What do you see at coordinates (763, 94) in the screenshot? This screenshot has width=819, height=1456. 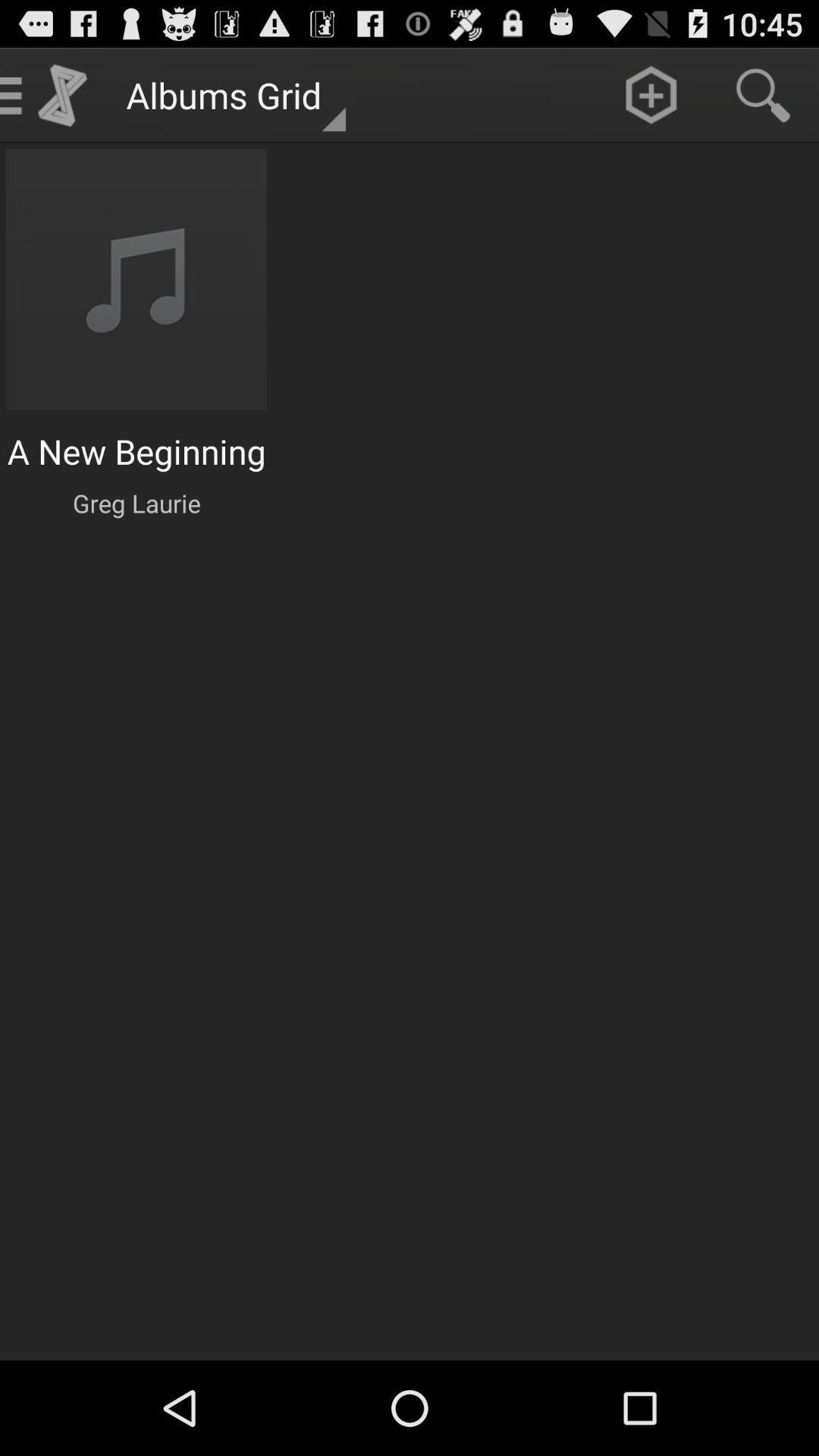 I see `search` at bounding box center [763, 94].